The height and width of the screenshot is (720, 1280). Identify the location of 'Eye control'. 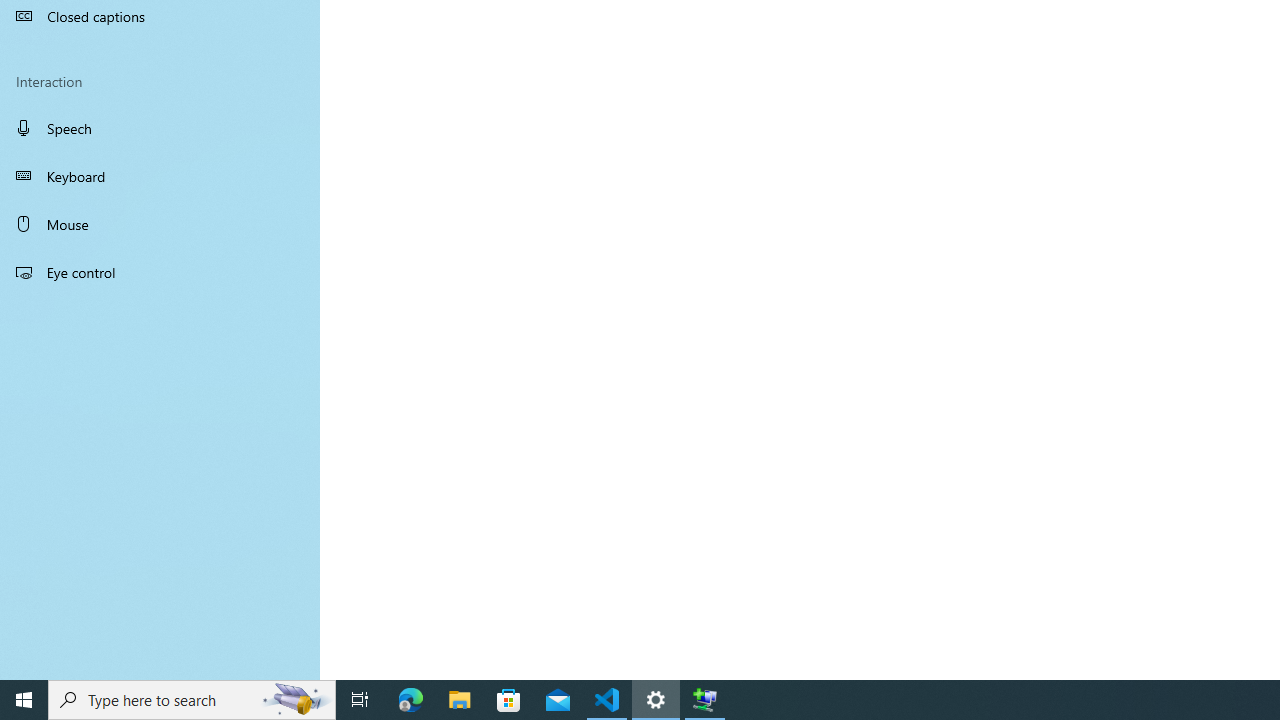
(160, 271).